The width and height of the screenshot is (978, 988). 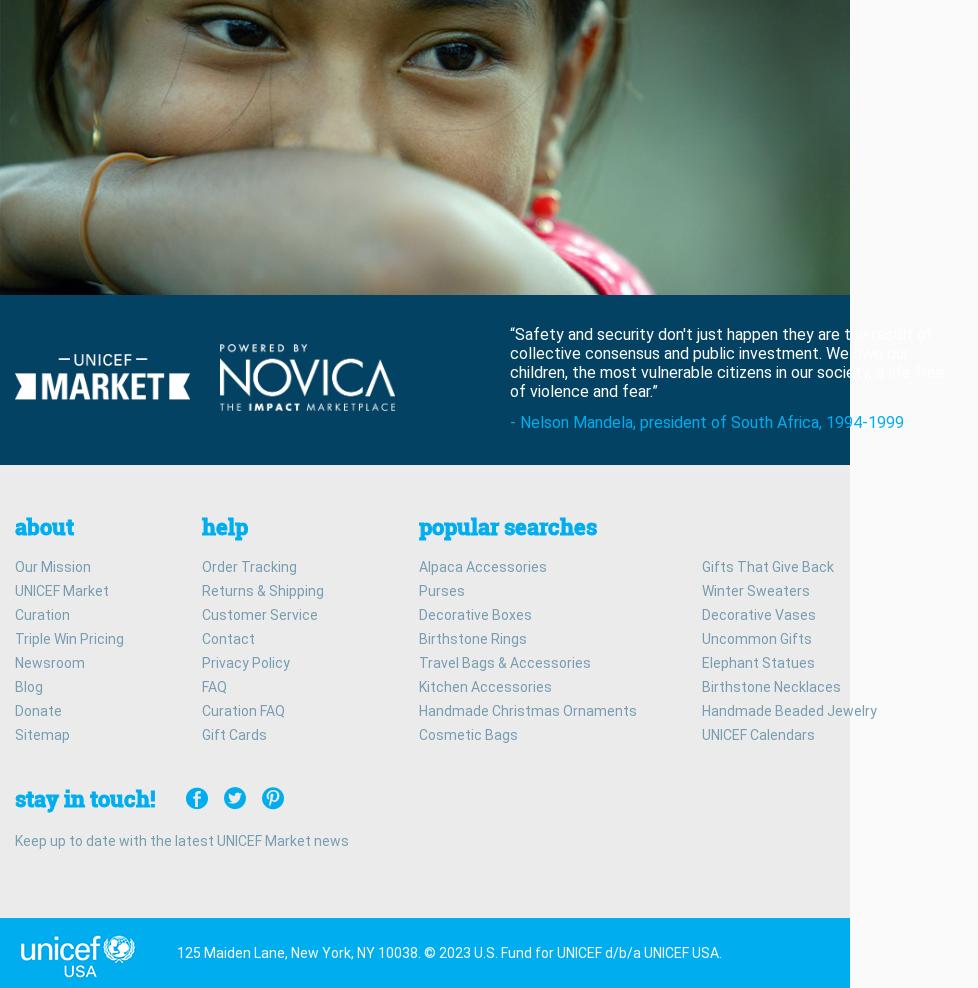 I want to click on 'Elephant Statues', so click(x=757, y=660).